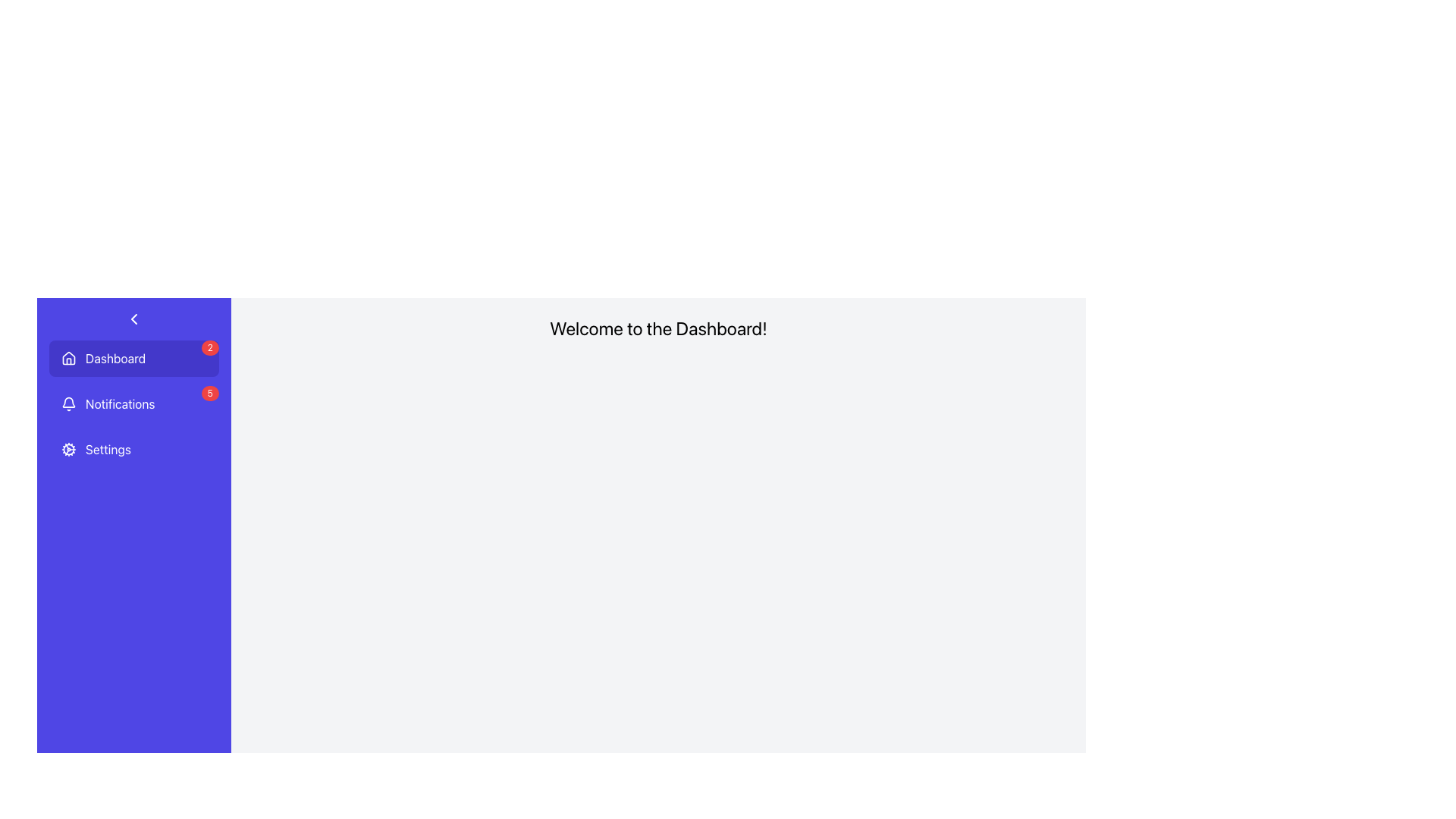  What do you see at coordinates (134, 318) in the screenshot?
I see `the leftward-facing chevron icon located in the top-left section of the sidebar` at bounding box center [134, 318].